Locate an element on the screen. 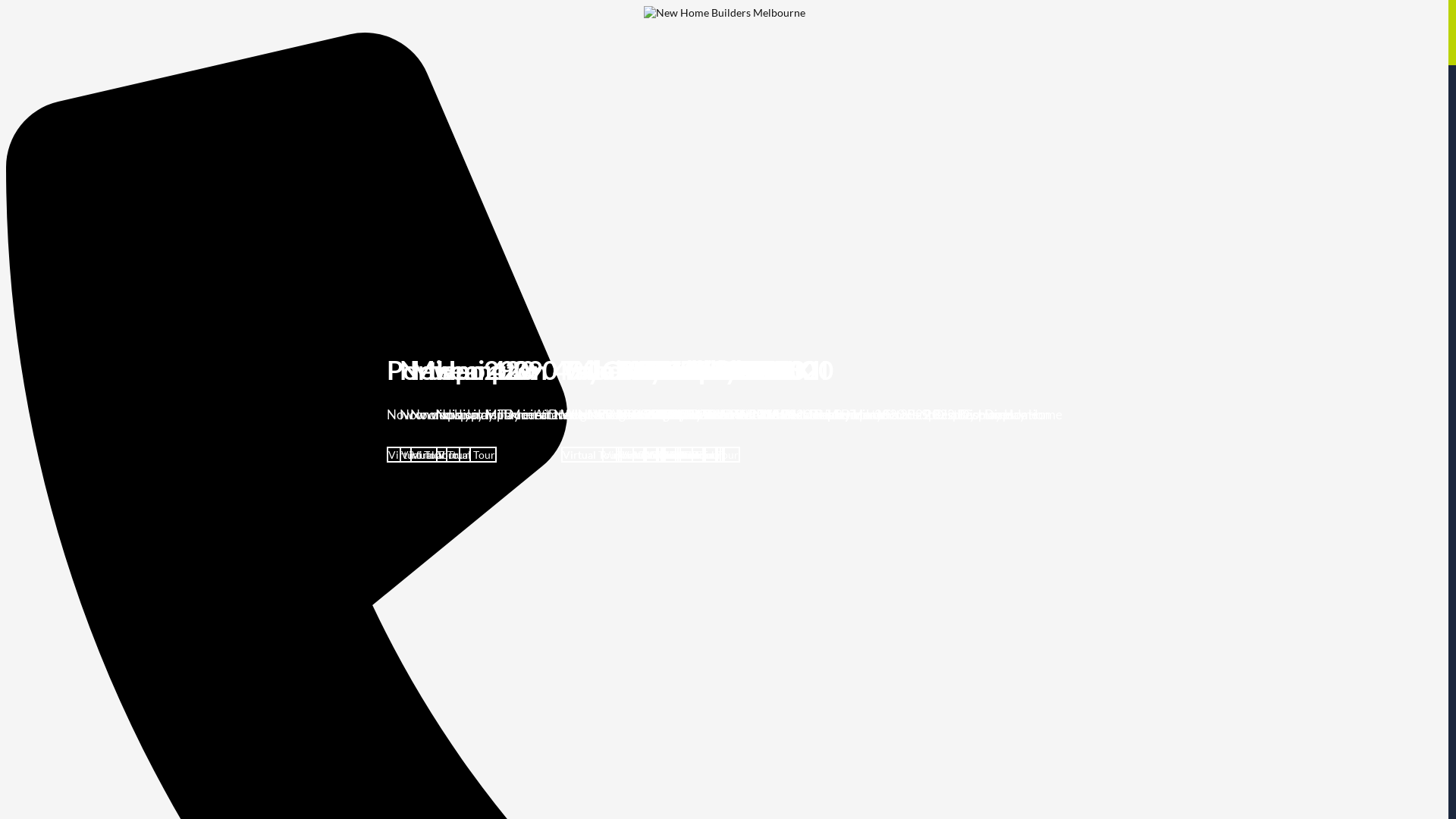  'Virtual Tour' is located at coordinates (428, 453).